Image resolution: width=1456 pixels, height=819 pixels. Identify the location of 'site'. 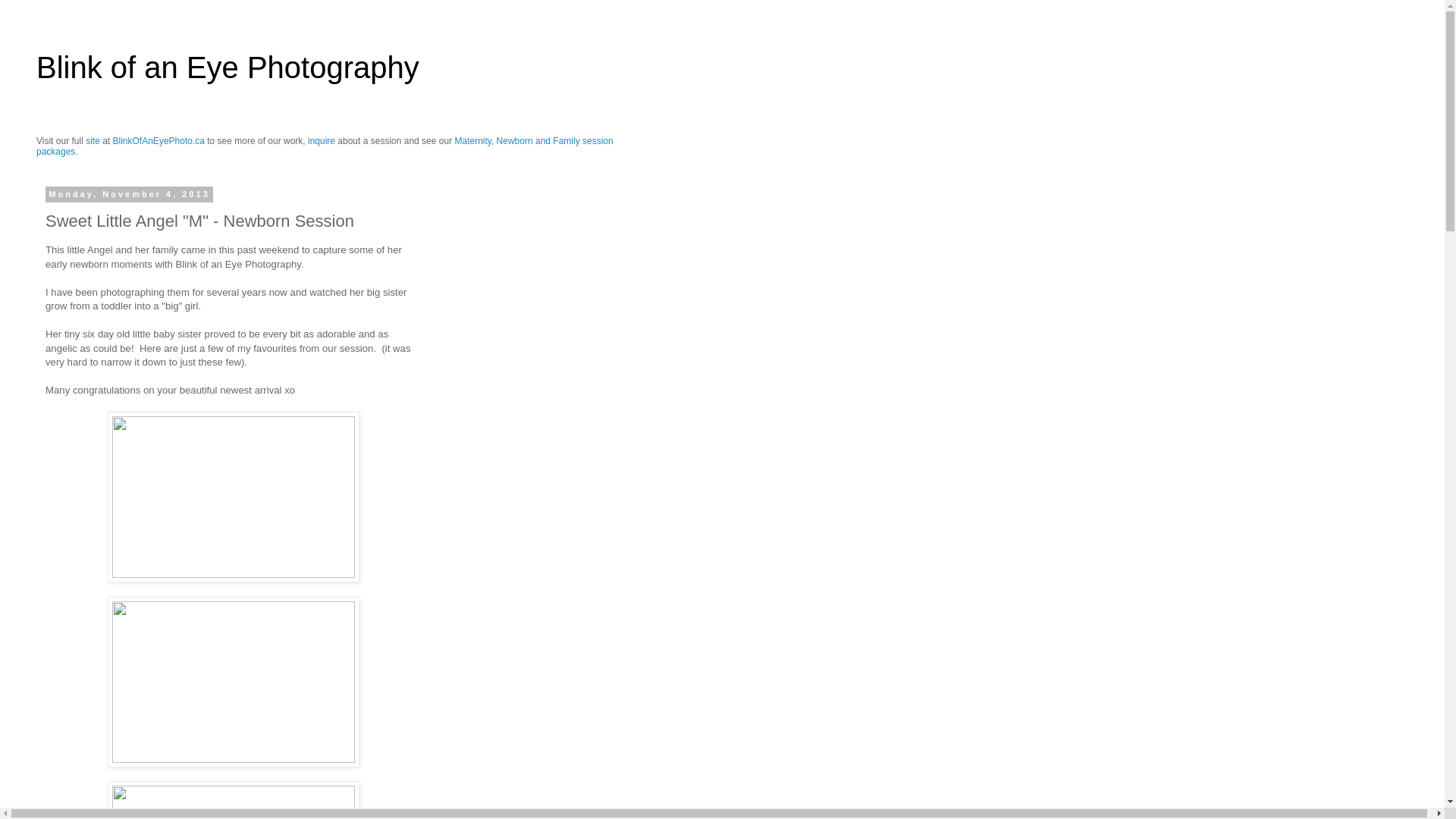
(92, 140).